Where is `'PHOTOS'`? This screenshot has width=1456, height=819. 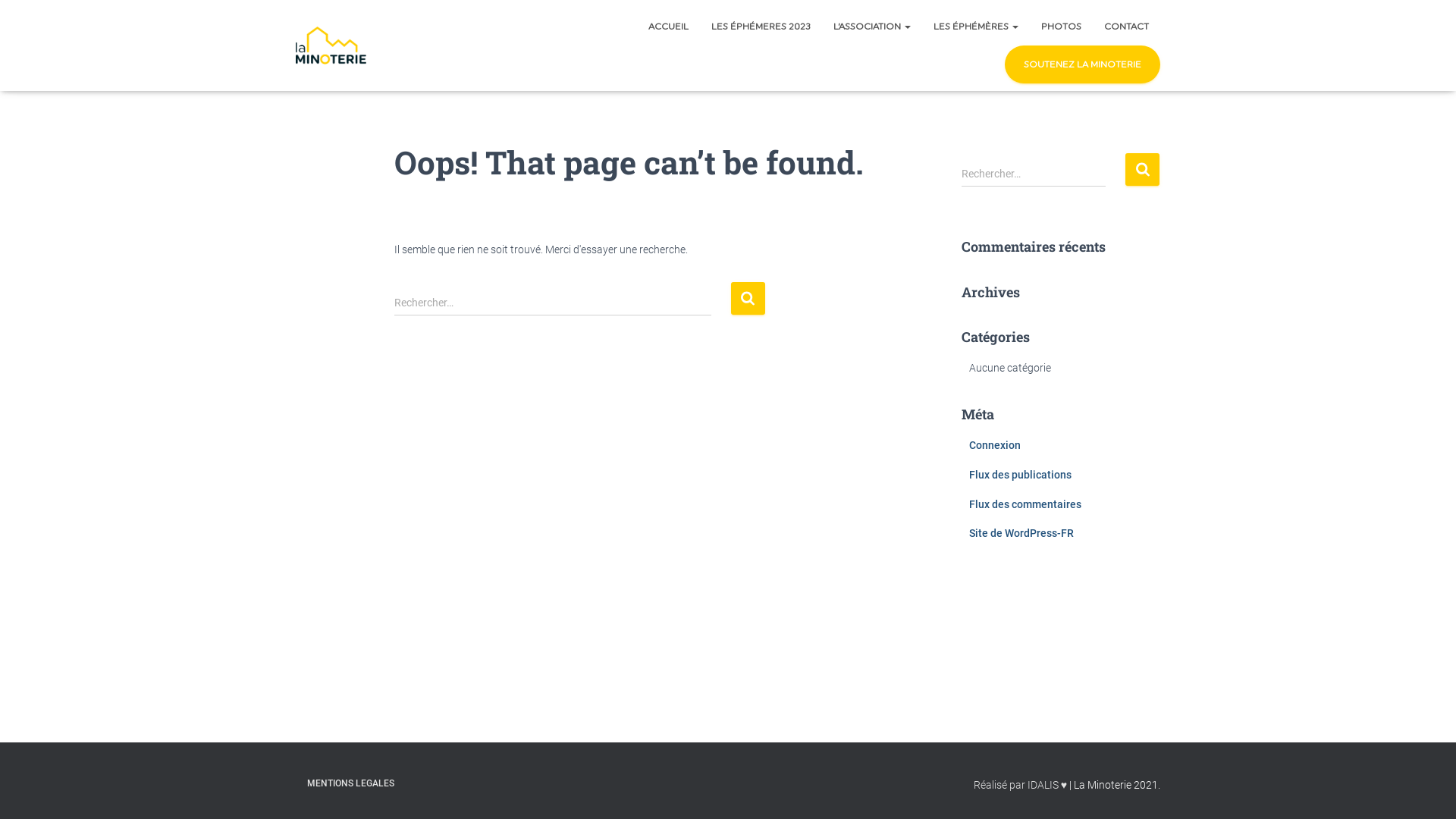
'PHOTOS' is located at coordinates (1060, 26).